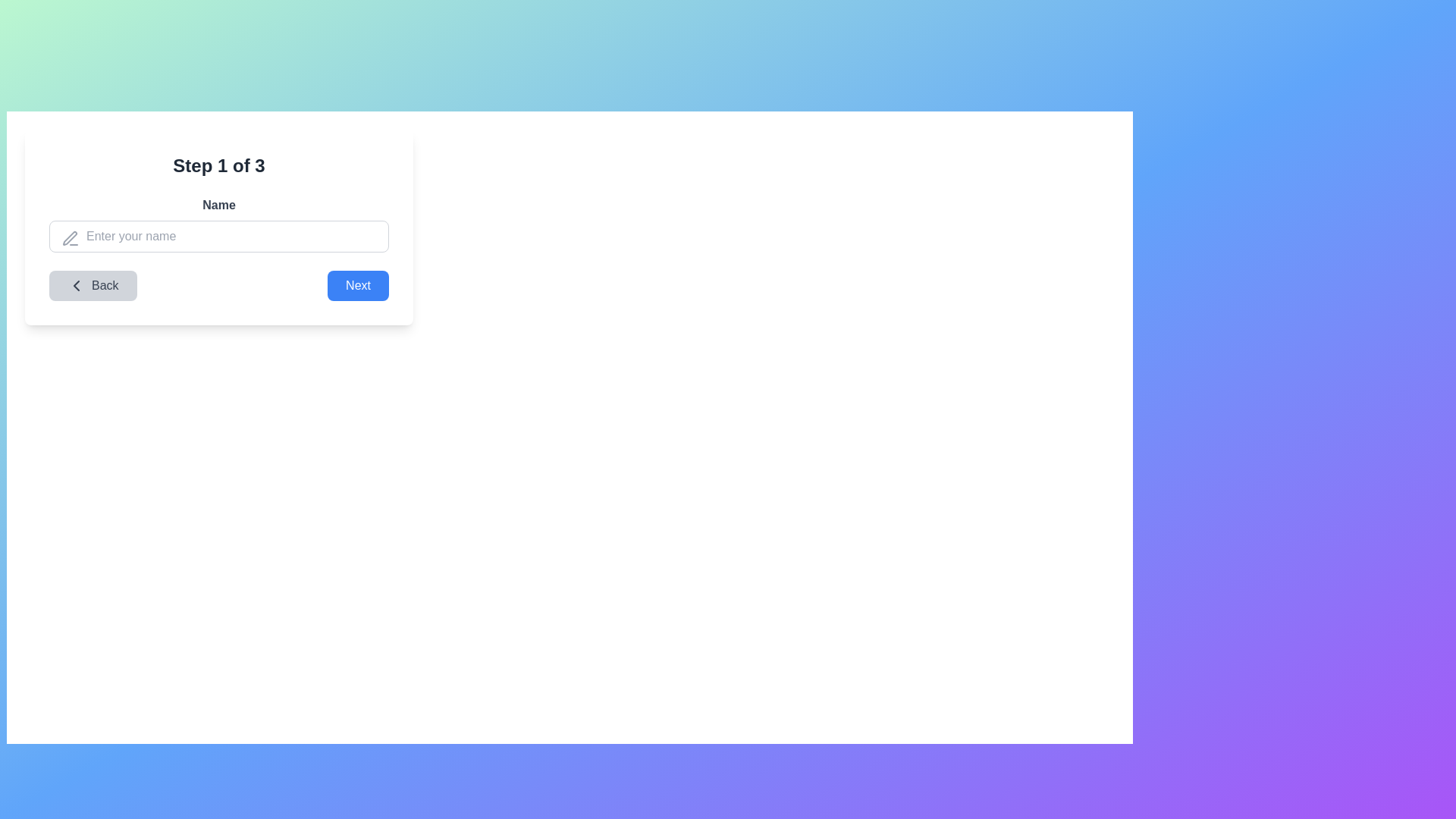 The height and width of the screenshot is (819, 1456). I want to click on the left-pointing chevron icon within the 'Back' button, so click(75, 286).